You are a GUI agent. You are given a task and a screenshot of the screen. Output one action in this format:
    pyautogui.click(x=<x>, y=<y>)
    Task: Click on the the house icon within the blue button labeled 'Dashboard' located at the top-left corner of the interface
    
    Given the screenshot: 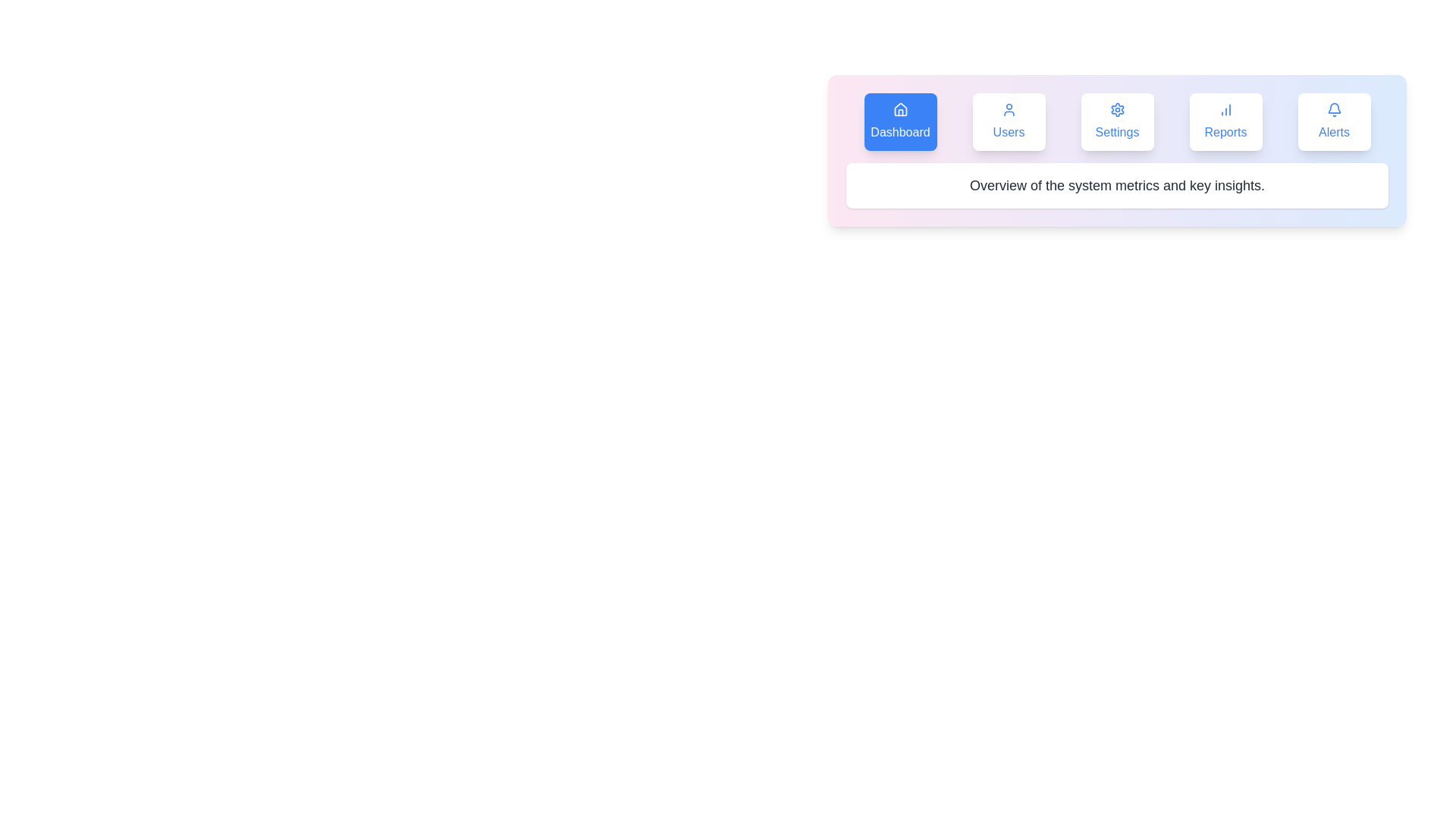 What is the action you would take?
    pyautogui.click(x=900, y=109)
    